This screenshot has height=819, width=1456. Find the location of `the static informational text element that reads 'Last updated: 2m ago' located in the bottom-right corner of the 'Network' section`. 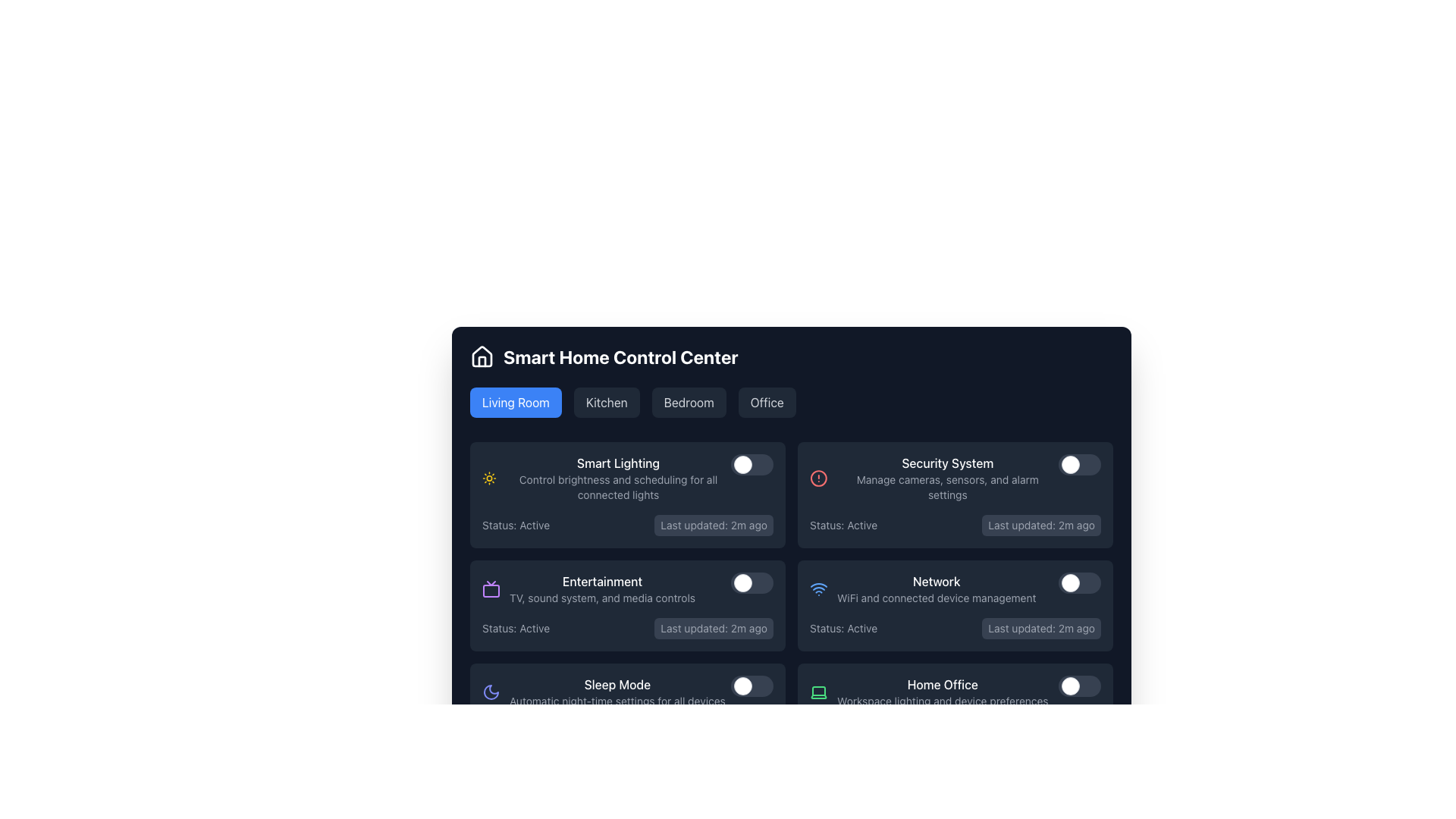

the static informational text element that reads 'Last updated: 2m ago' located in the bottom-right corner of the 'Network' section is located at coordinates (1040, 629).